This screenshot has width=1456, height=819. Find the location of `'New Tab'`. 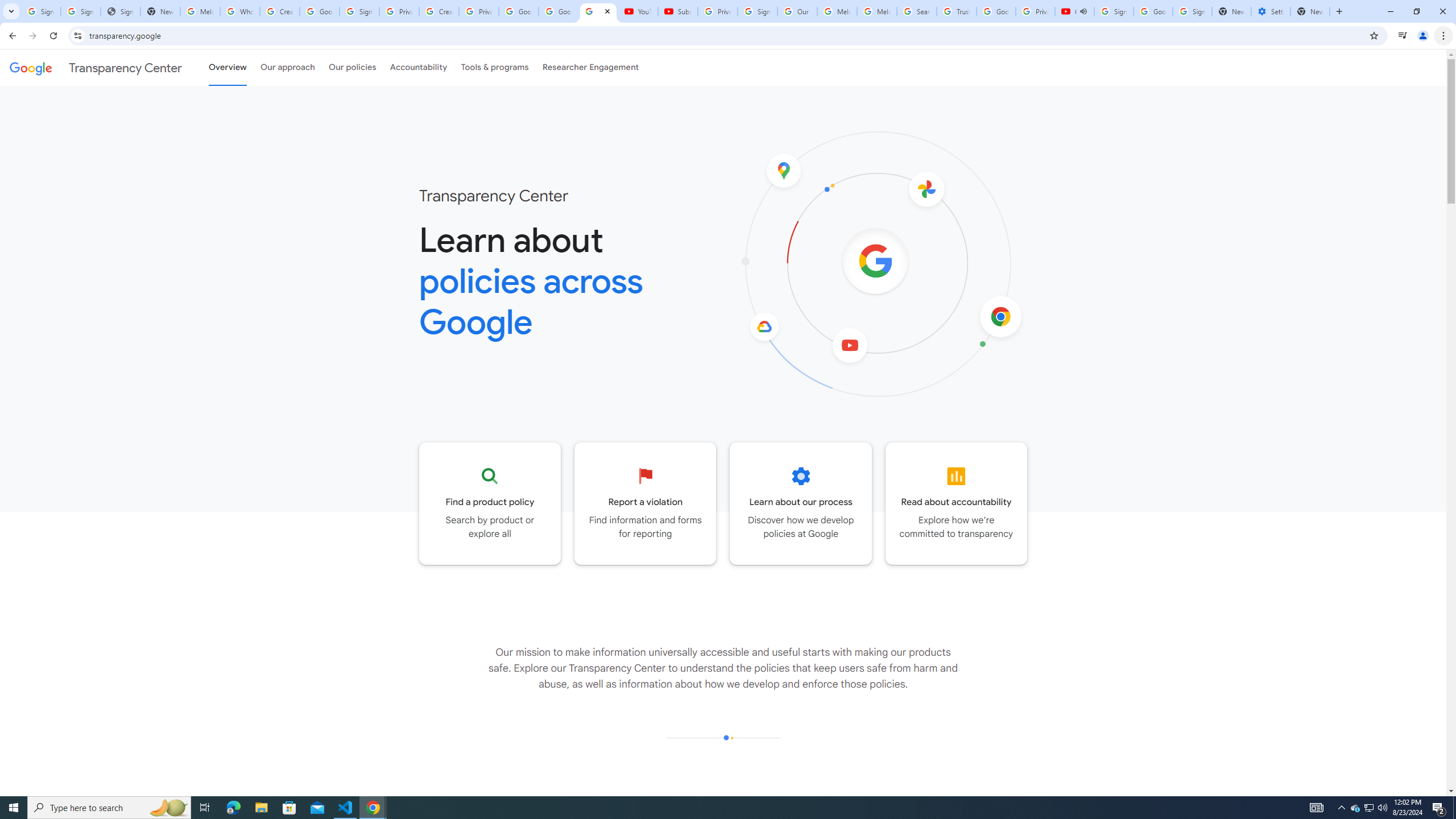

'New Tab' is located at coordinates (1310, 11).